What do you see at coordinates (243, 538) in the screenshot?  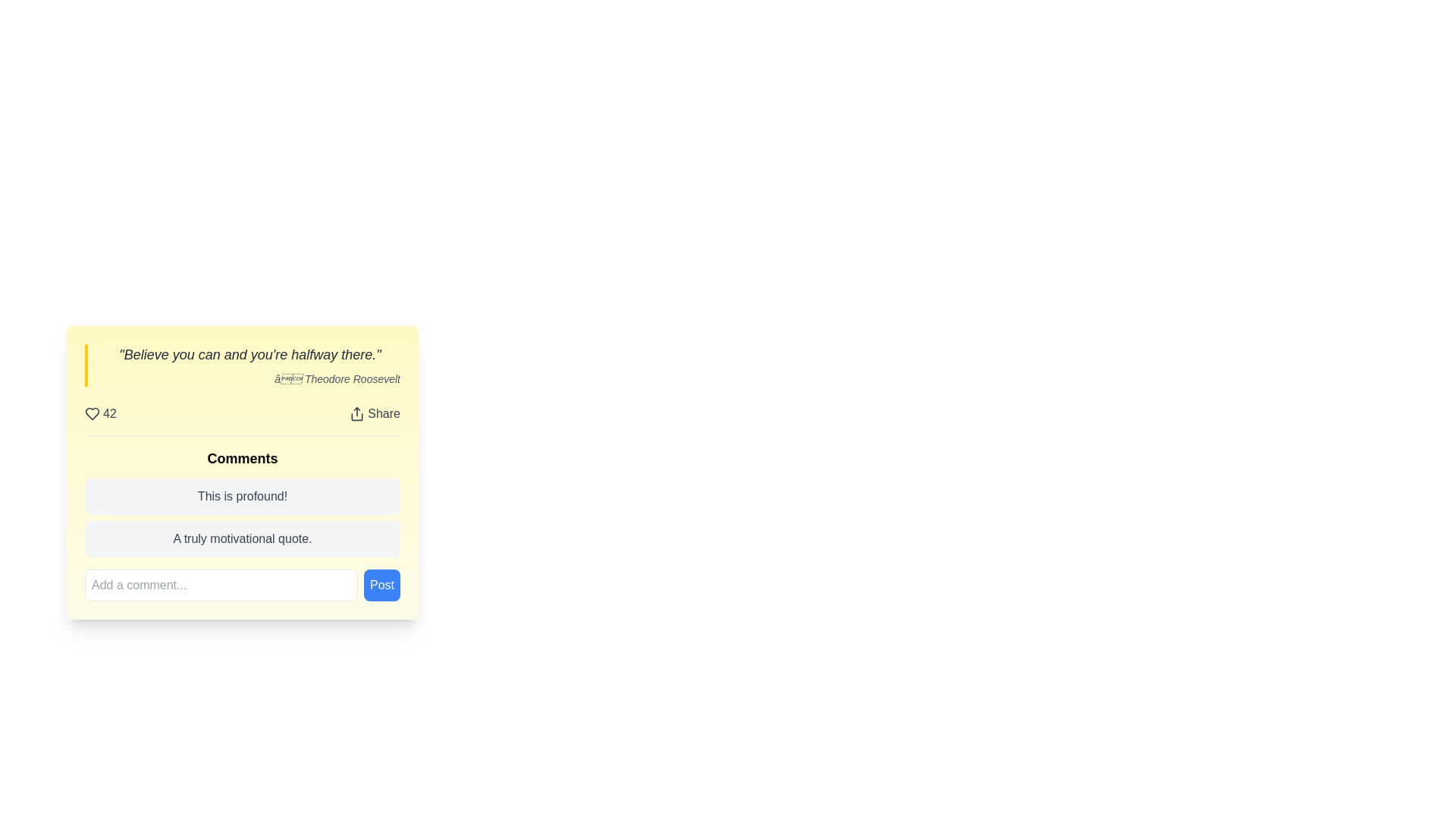 I see `the text block element that reads 'A truly motivational quote.' with a light gray background, located centrally below the sibling text block 'This is profound!'` at bounding box center [243, 538].